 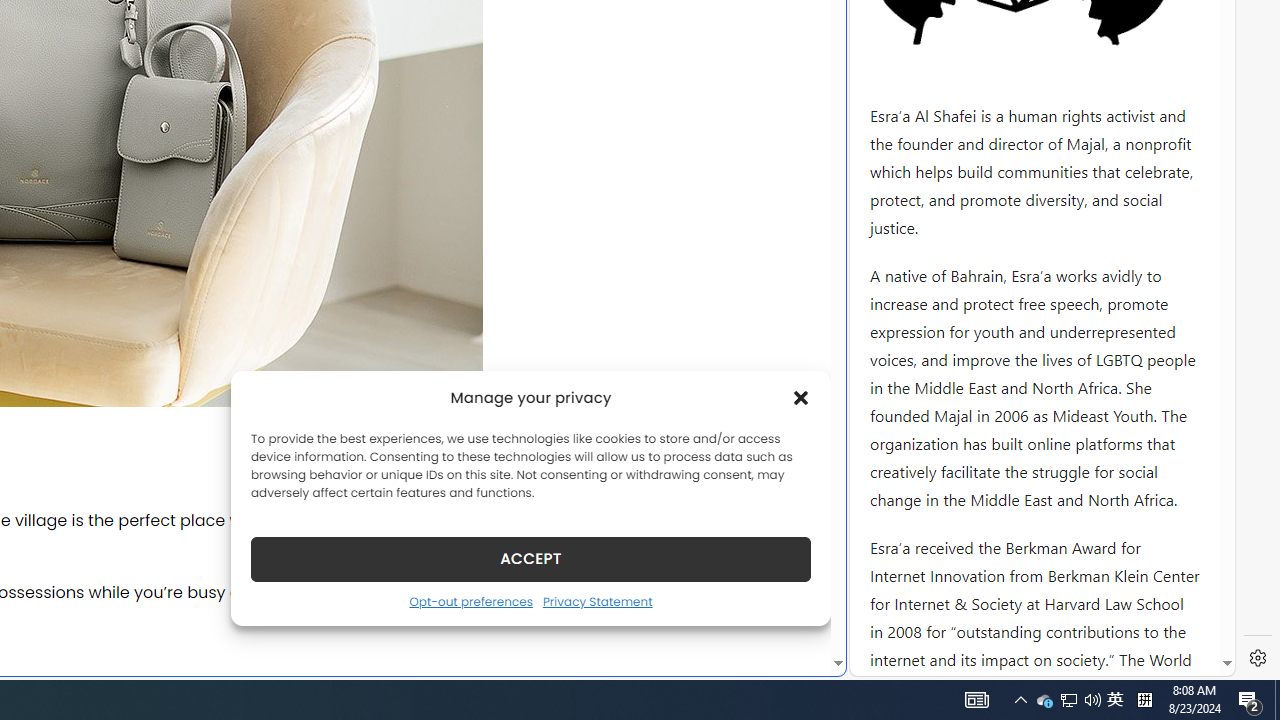 What do you see at coordinates (596, 600) in the screenshot?
I see `'Privacy Statement'` at bounding box center [596, 600].